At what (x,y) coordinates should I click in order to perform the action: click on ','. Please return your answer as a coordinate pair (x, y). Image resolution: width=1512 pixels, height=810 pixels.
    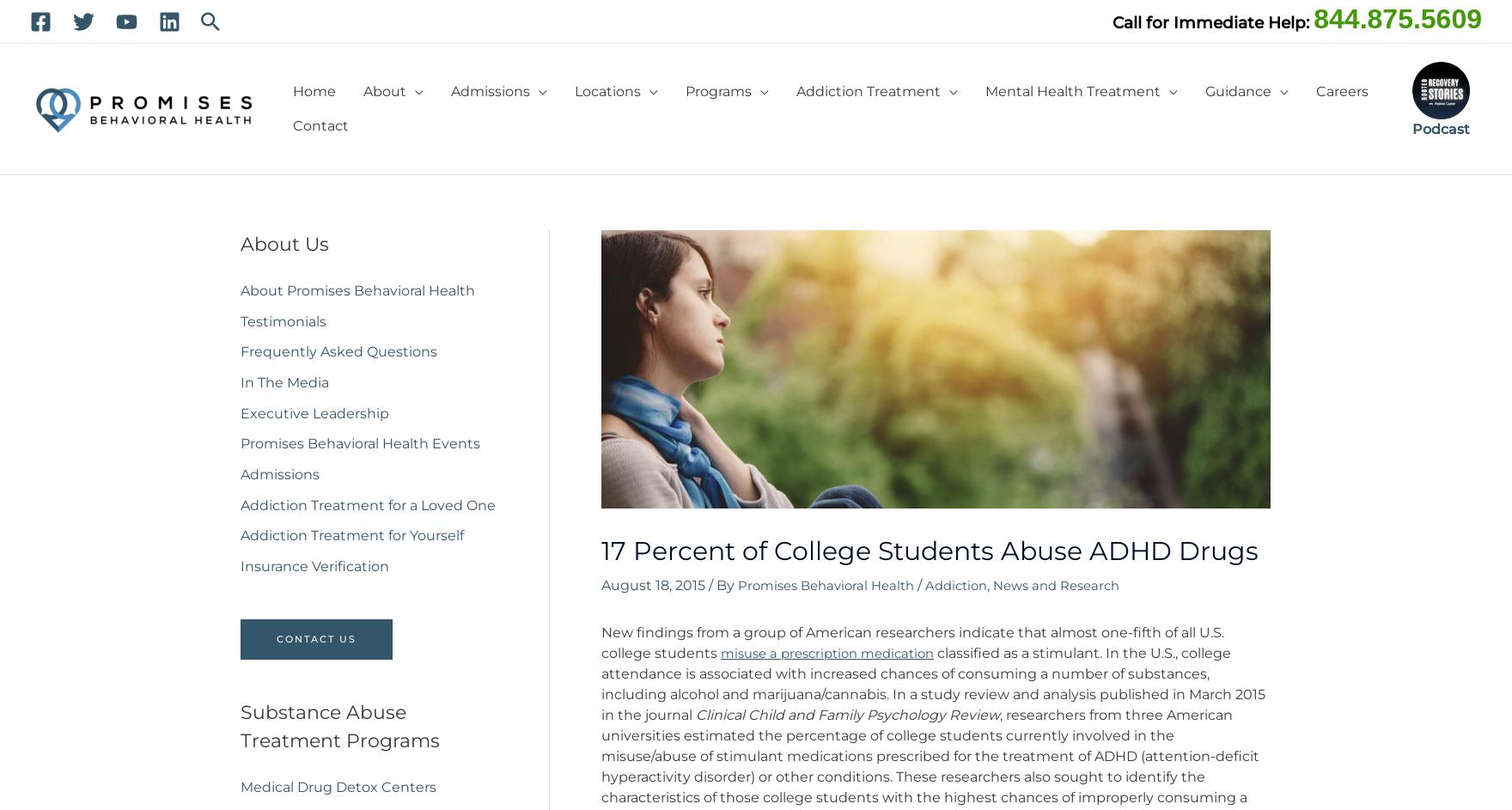
    Looking at the image, I should click on (1003, 585).